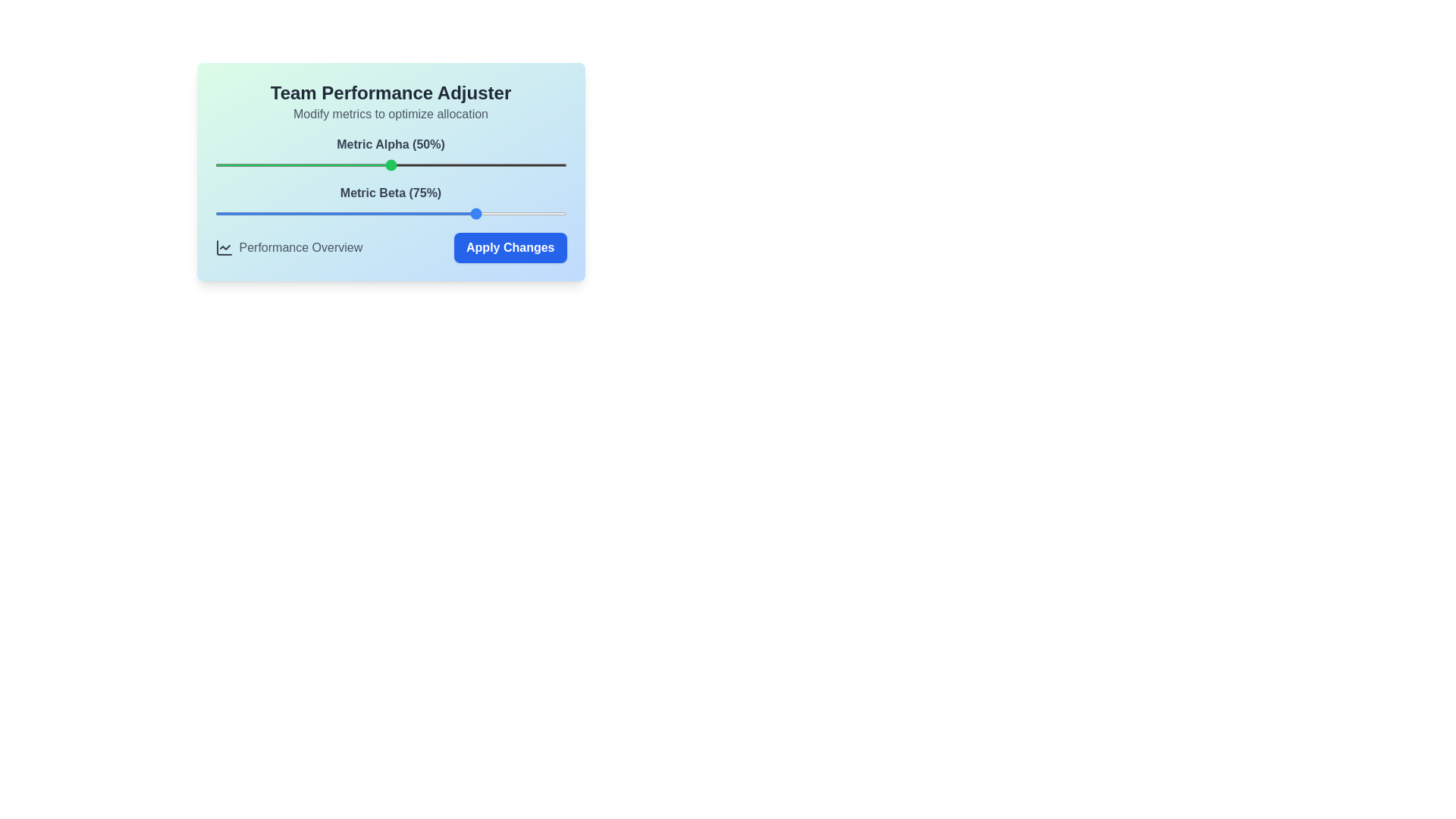 This screenshot has height=819, width=1456. What do you see at coordinates (384, 165) in the screenshot?
I see `the Metric Alpha slider to set its value to 48` at bounding box center [384, 165].